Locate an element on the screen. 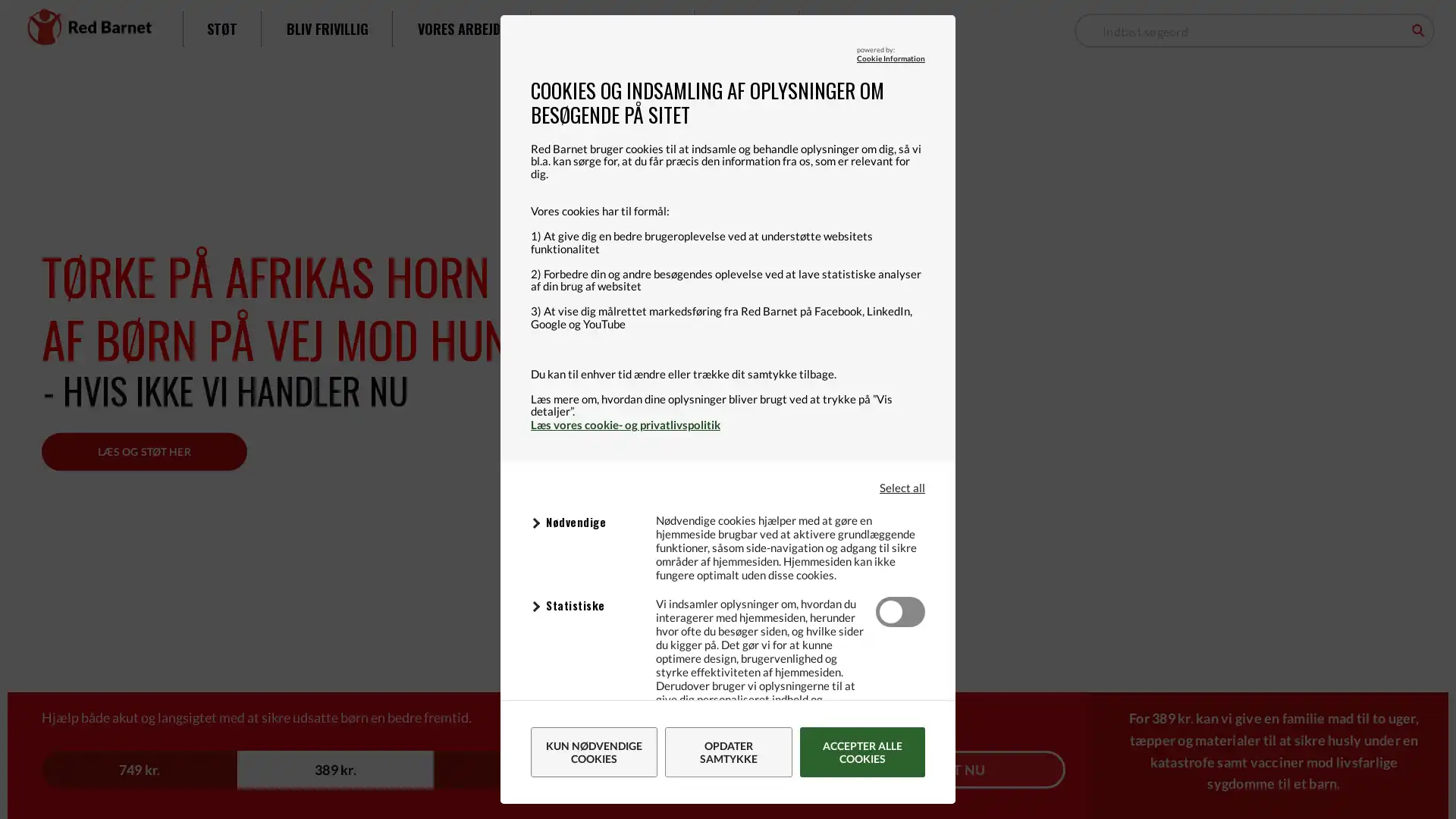 The image size is (1456, 819). Kun ndvendige cookies is located at coordinates (593, 752).